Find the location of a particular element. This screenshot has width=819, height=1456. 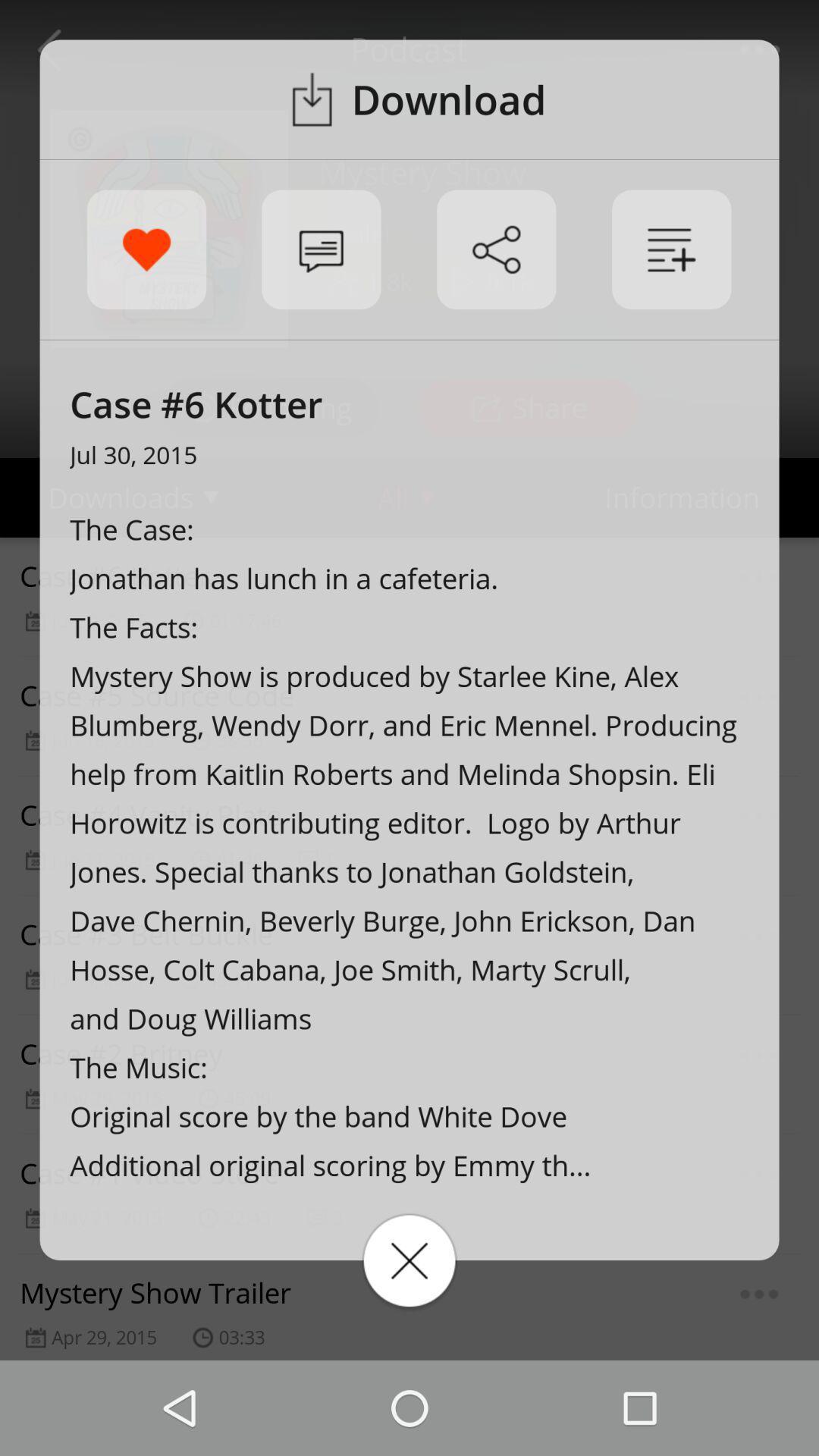

share the article is located at coordinates (496, 249).